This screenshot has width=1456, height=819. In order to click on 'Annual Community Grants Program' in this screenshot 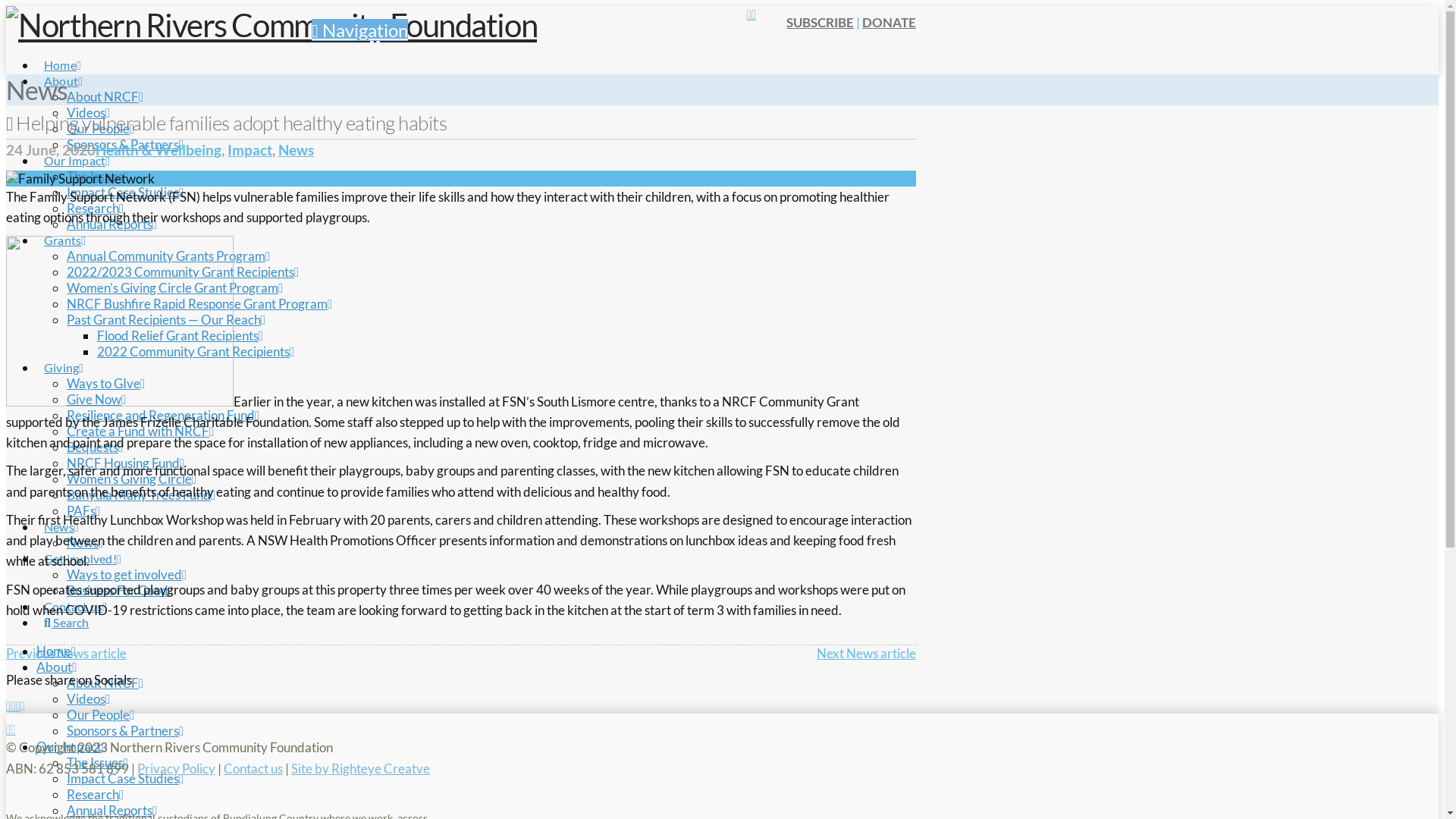, I will do `click(168, 255)`.